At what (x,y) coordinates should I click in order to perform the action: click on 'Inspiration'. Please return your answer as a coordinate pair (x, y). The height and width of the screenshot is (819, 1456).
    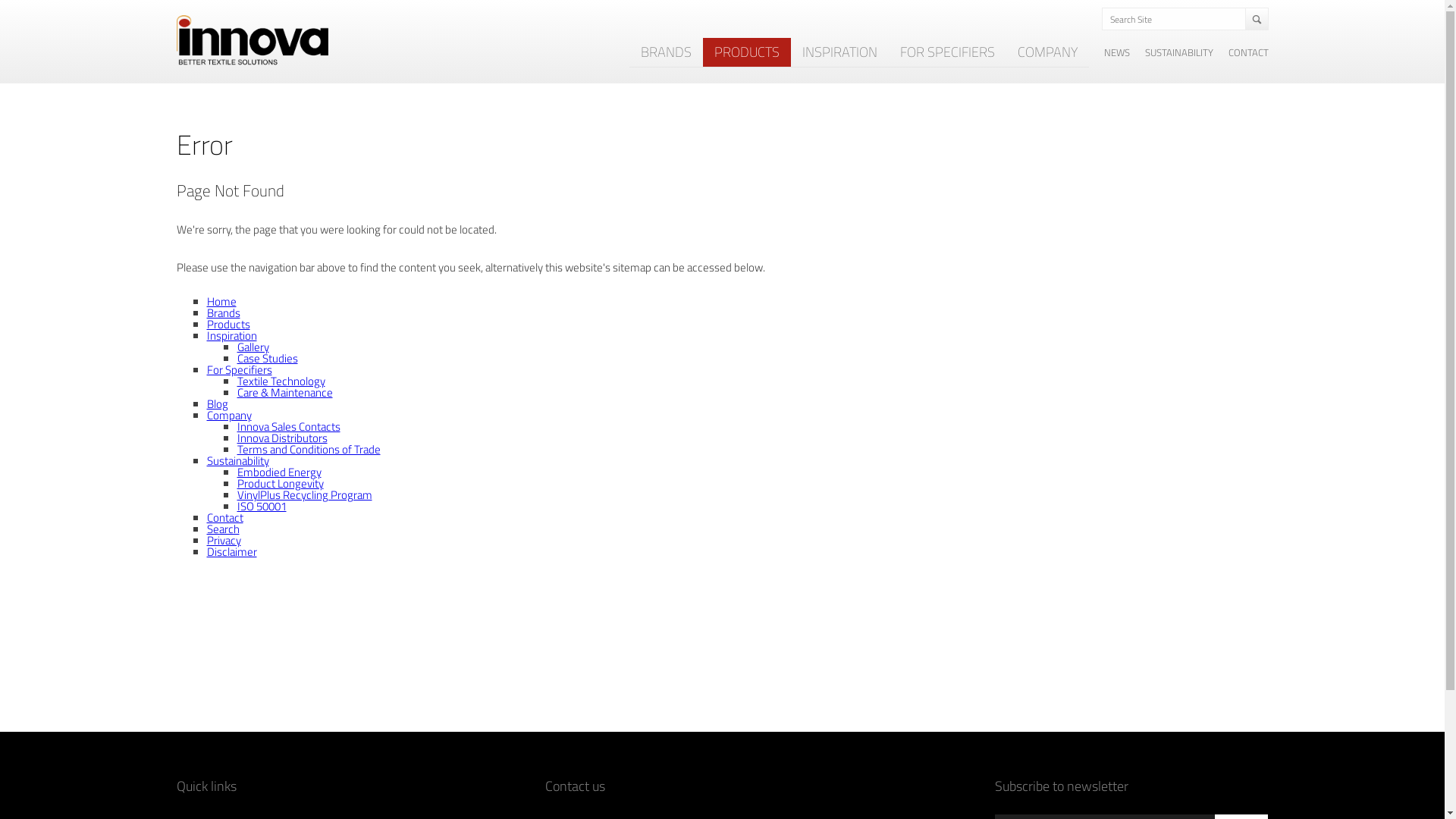
    Looking at the image, I should click on (231, 334).